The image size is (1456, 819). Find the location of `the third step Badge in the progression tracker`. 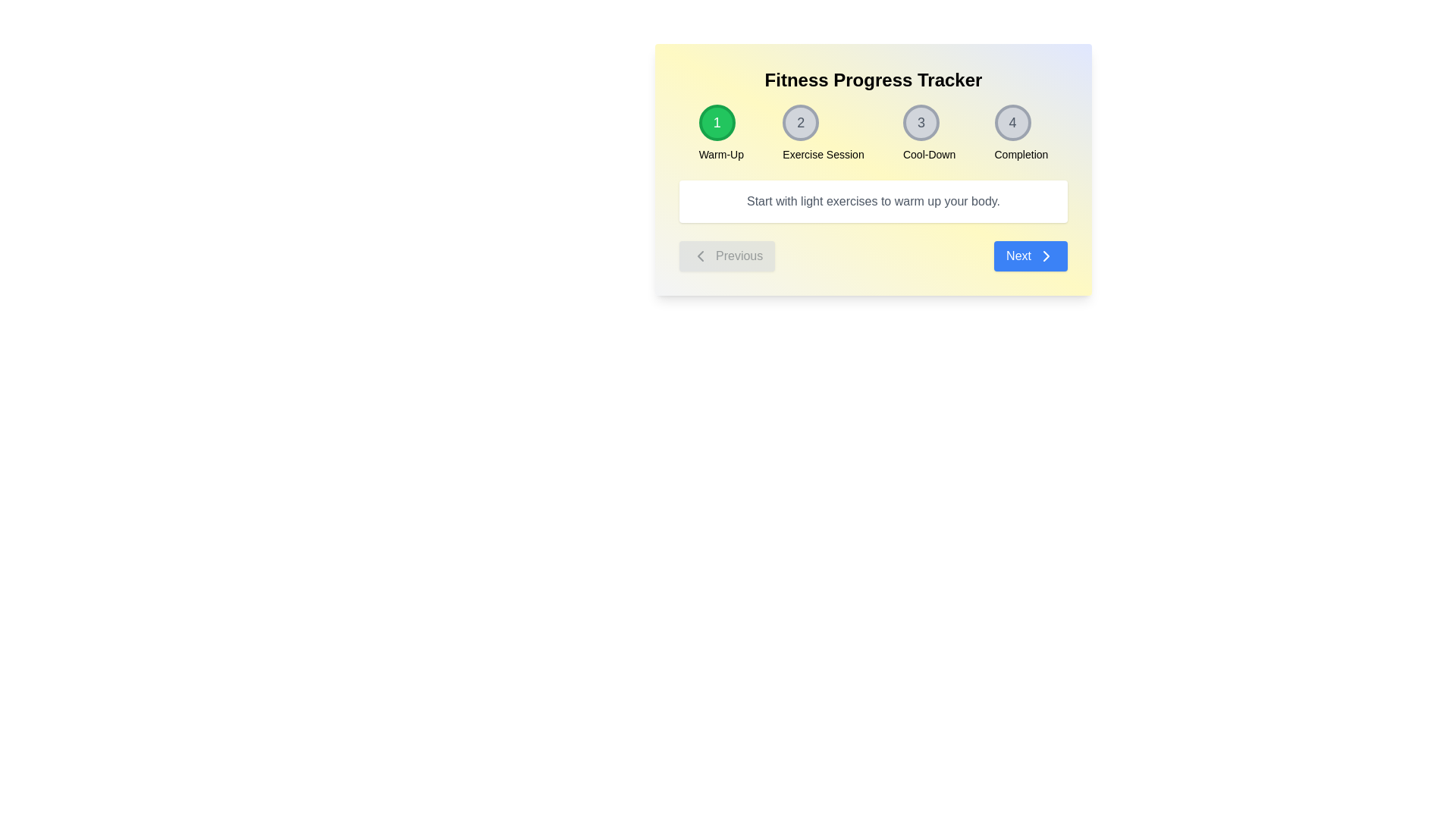

the third step Badge in the progression tracker is located at coordinates (920, 122).